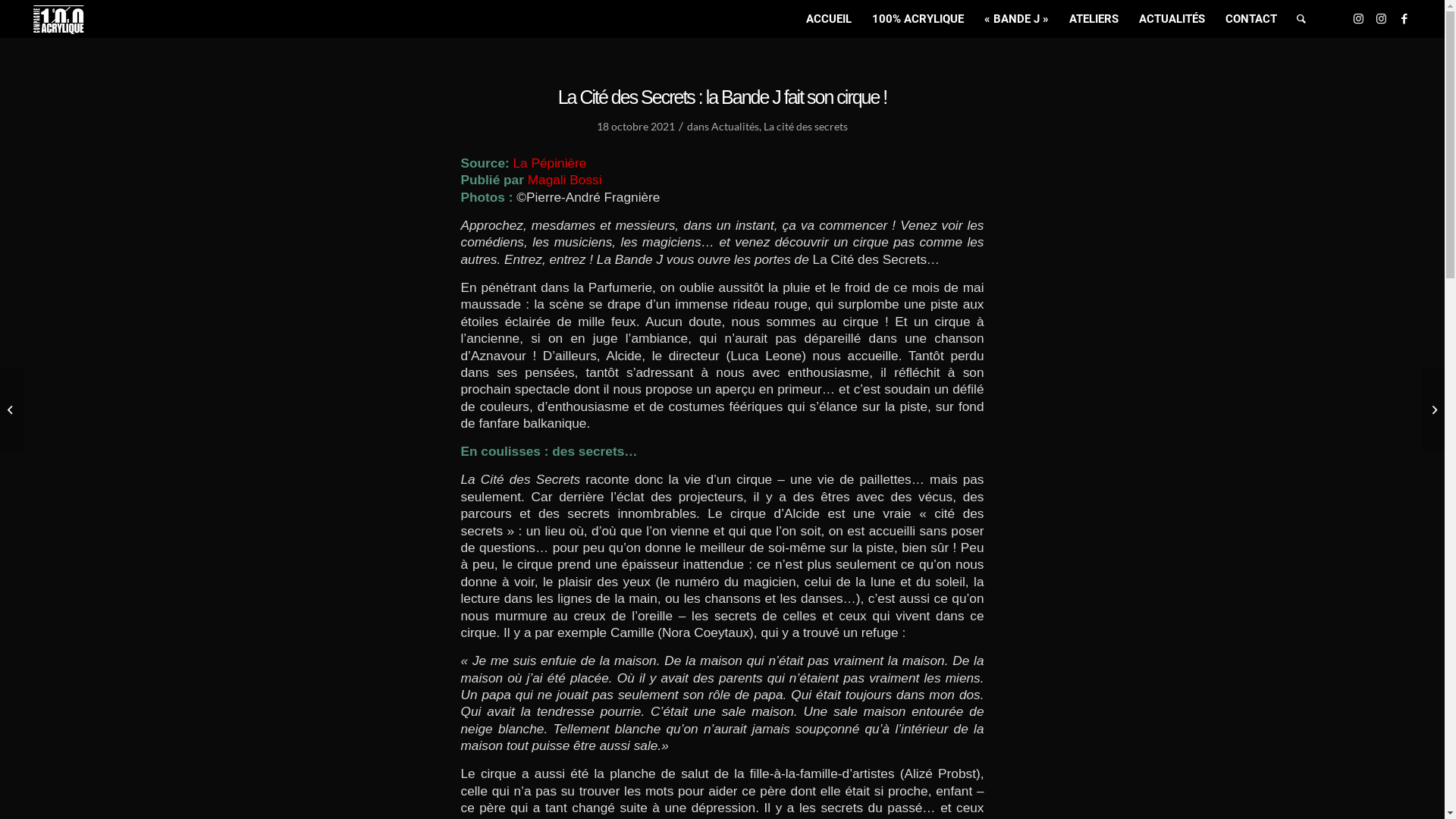  What do you see at coordinates (1250, 18) in the screenshot?
I see `'CONTACT'` at bounding box center [1250, 18].